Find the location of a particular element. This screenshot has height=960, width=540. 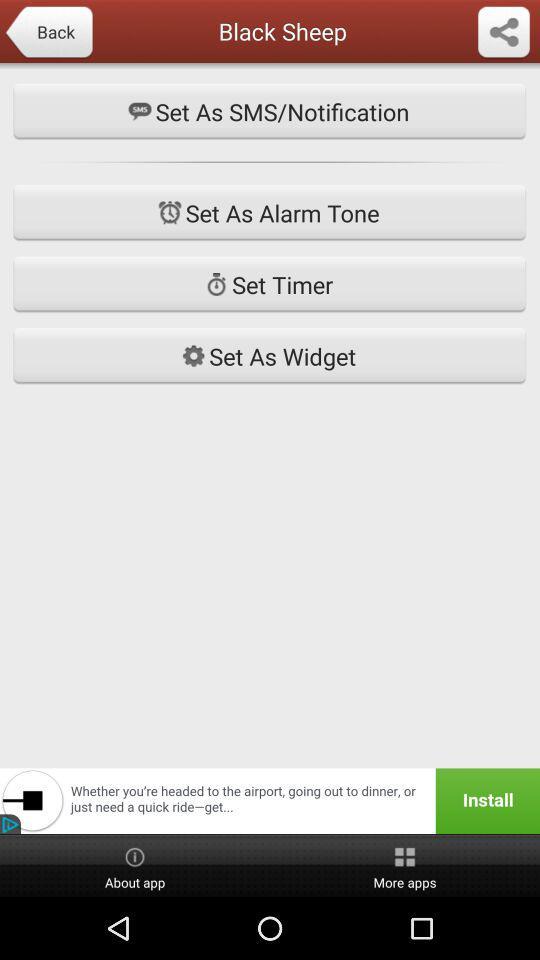

button above the about app item is located at coordinates (270, 801).